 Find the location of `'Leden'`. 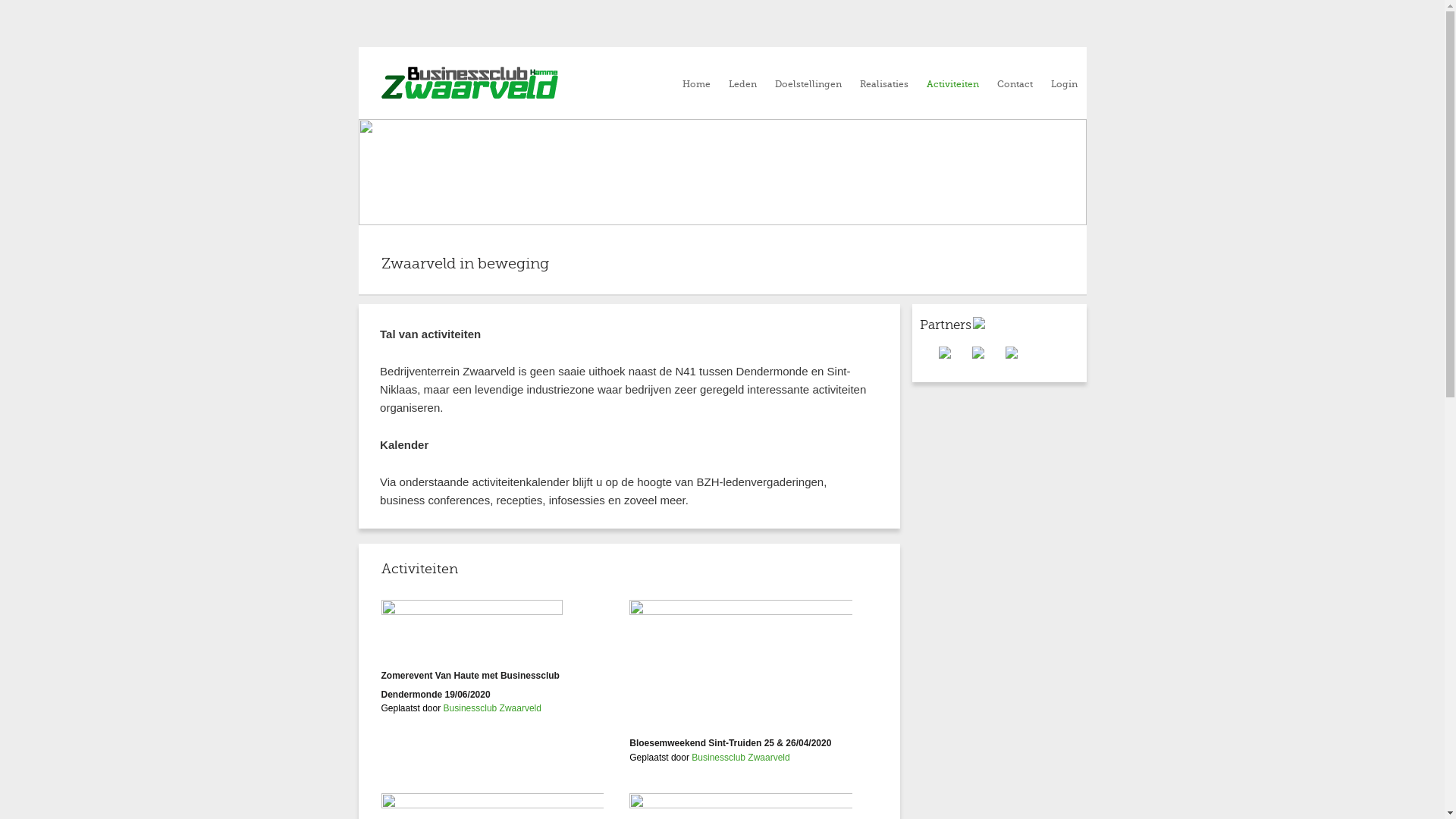

'Leden' is located at coordinates (742, 84).